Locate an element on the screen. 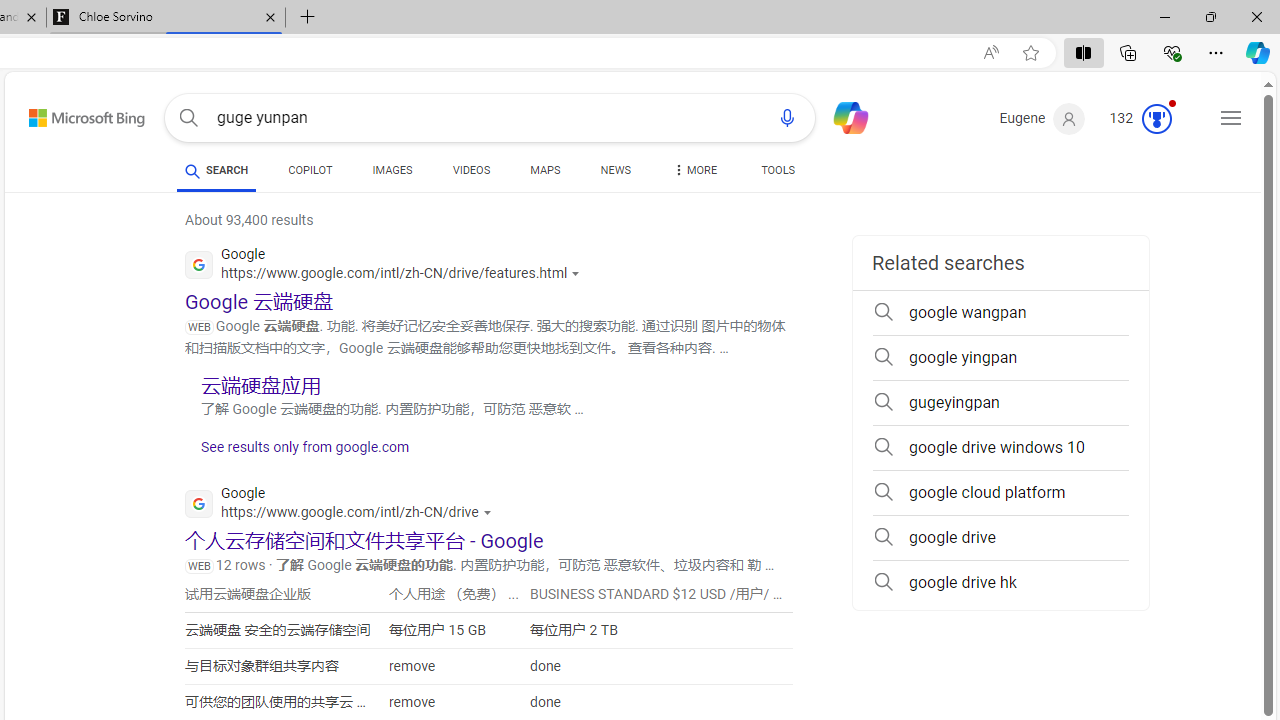 The image size is (1280, 720). 'google yingpan' is located at coordinates (1000, 357).